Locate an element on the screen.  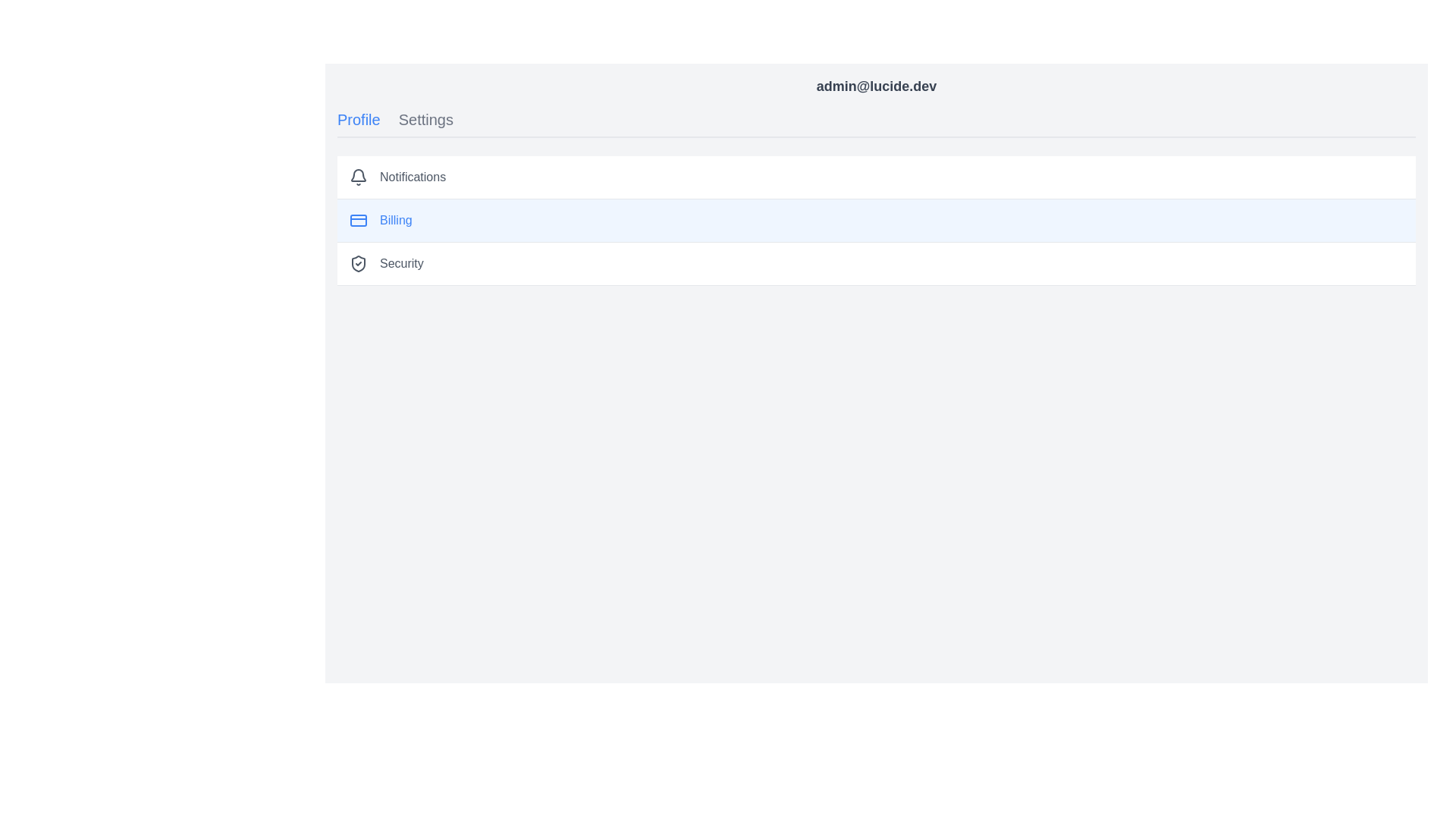
the billing section represented is located at coordinates (358, 220).